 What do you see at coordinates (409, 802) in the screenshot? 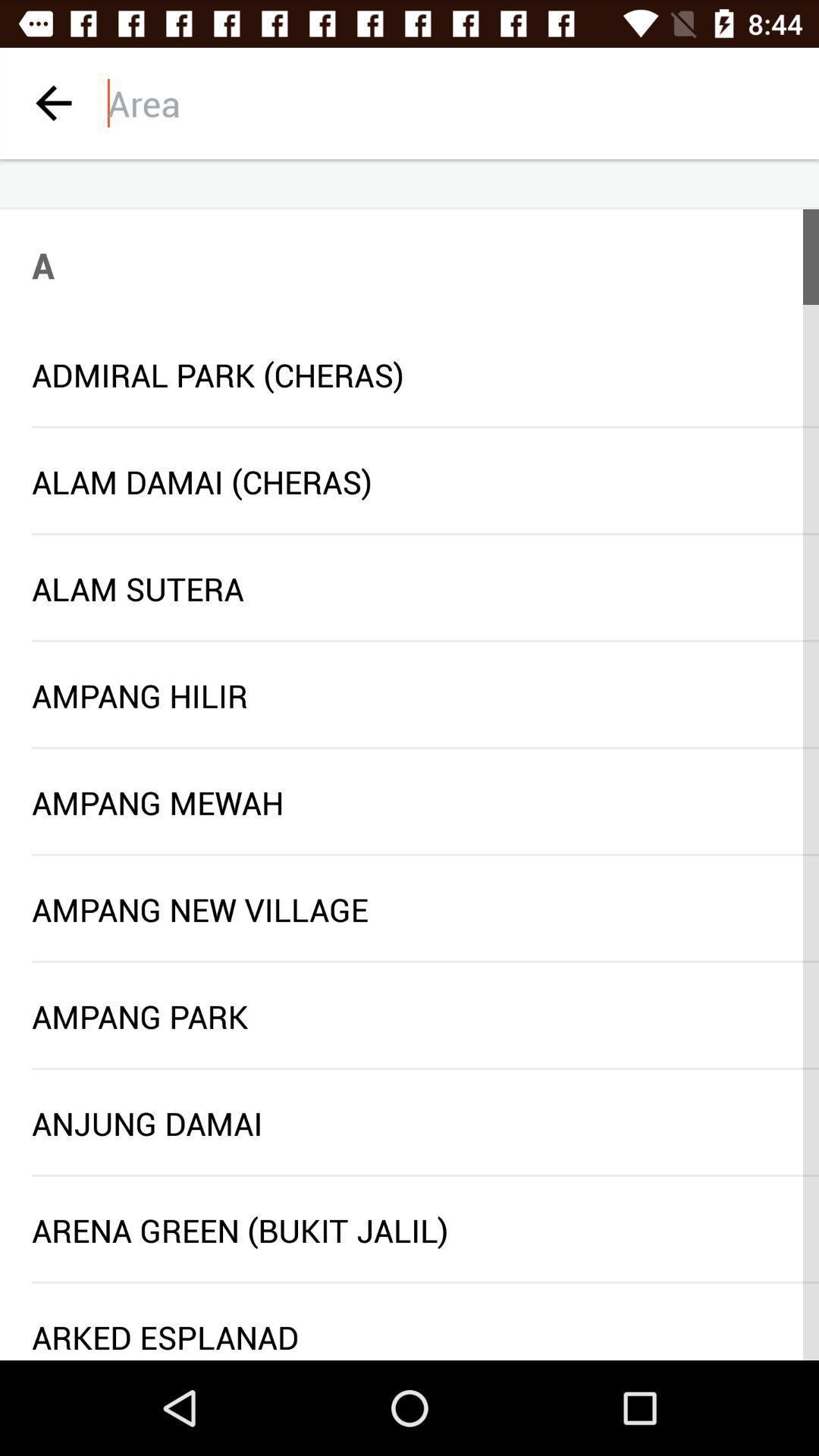
I see `the ampang mewah item` at bounding box center [409, 802].